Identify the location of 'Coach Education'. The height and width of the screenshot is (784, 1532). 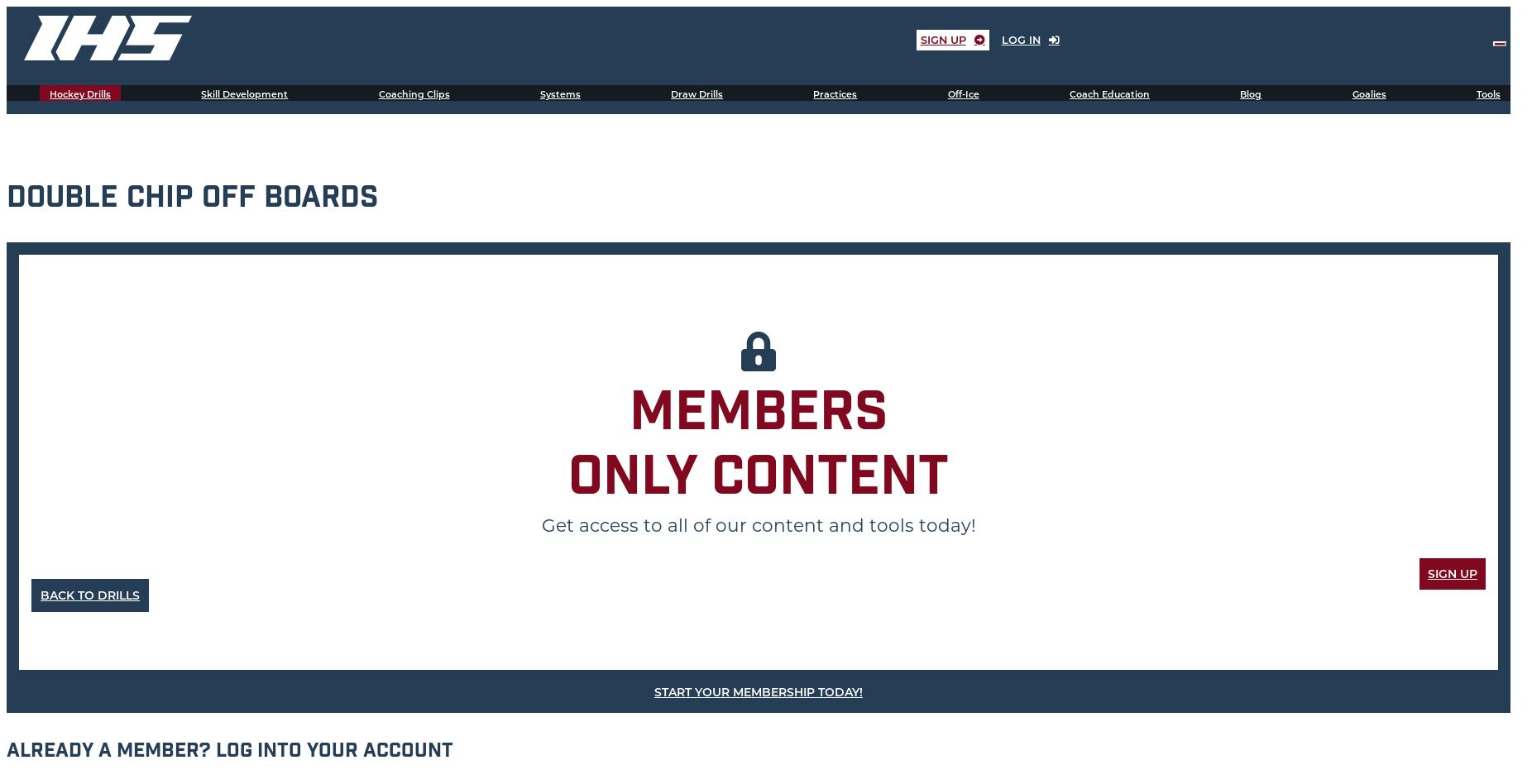
(1109, 94).